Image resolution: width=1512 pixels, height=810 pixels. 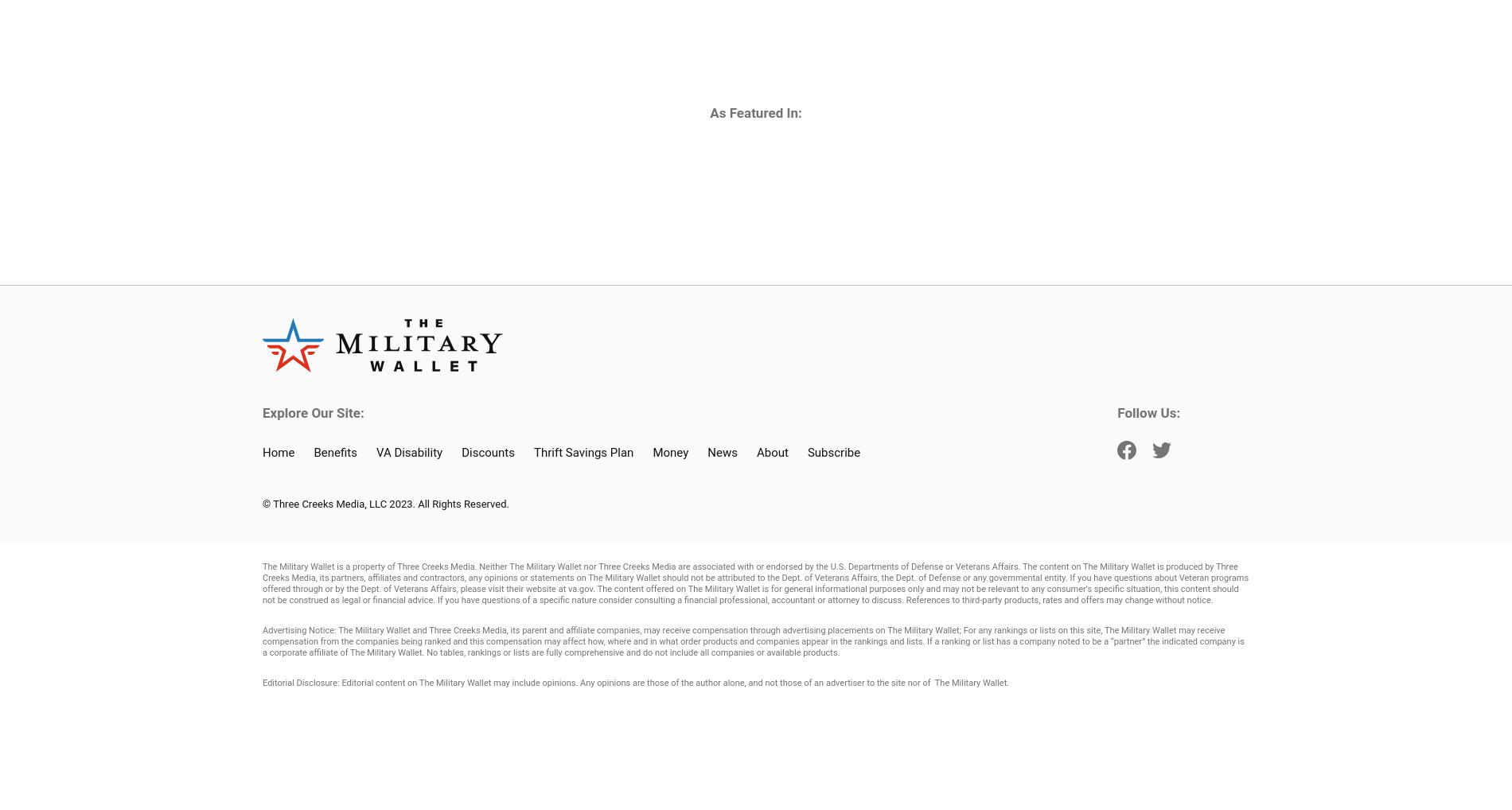 What do you see at coordinates (262, 411) in the screenshot?
I see `'Explore Our Site:'` at bounding box center [262, 411].